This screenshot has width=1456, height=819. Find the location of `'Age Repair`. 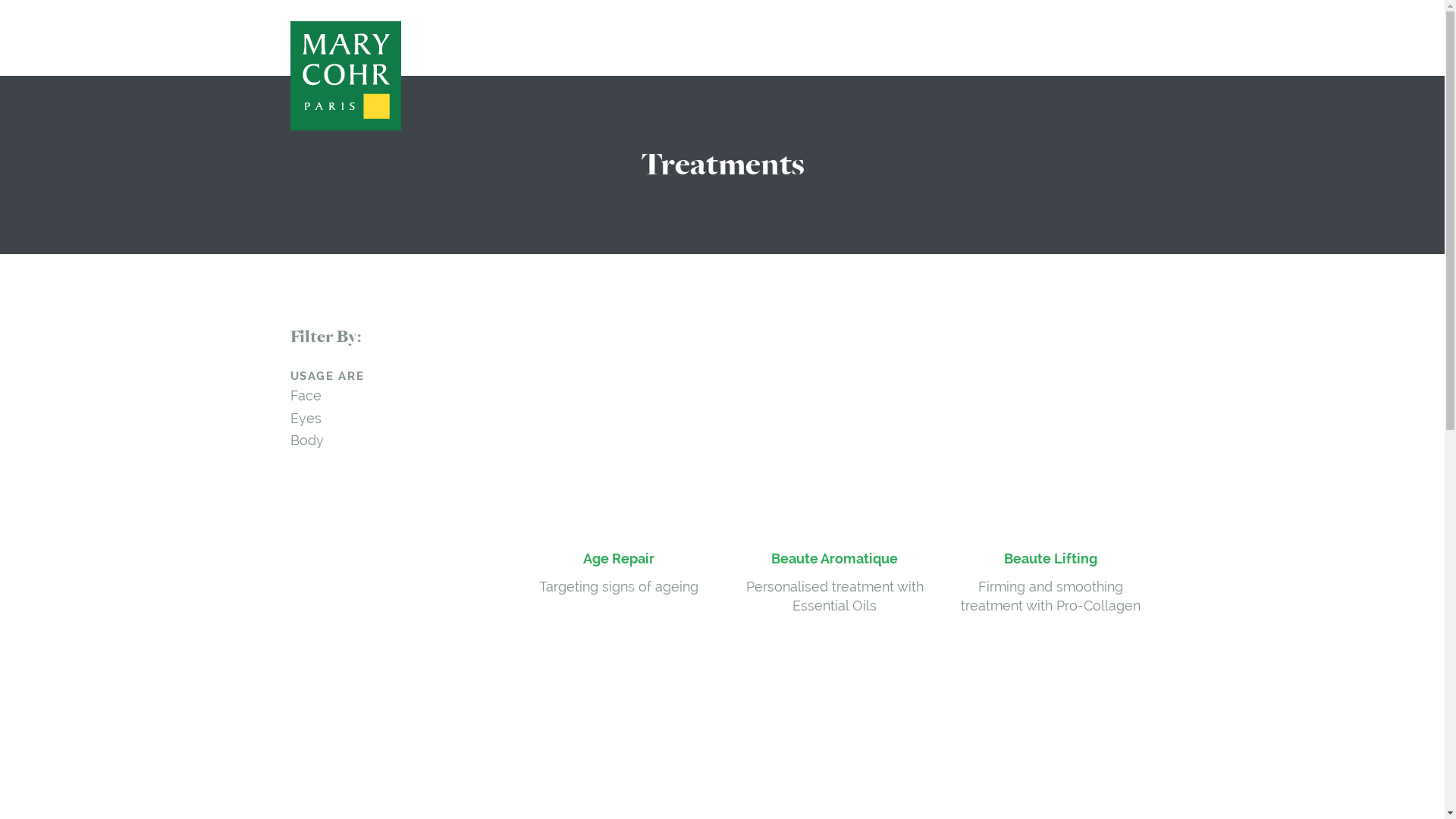

'Age Repair is located at coordinates (619, 460).